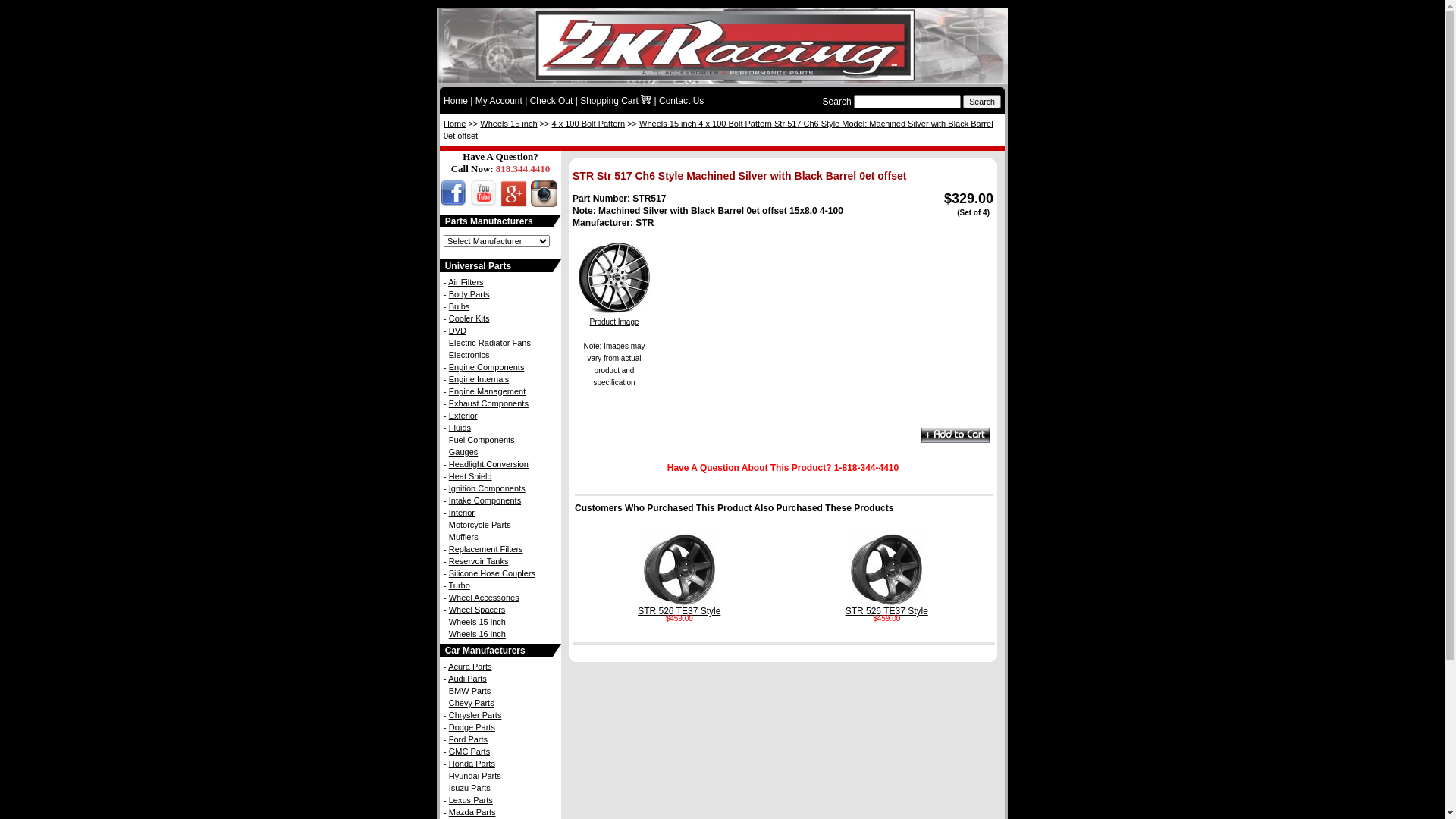  I want to click on 'Reservoir Tanks', so click(447, 561).